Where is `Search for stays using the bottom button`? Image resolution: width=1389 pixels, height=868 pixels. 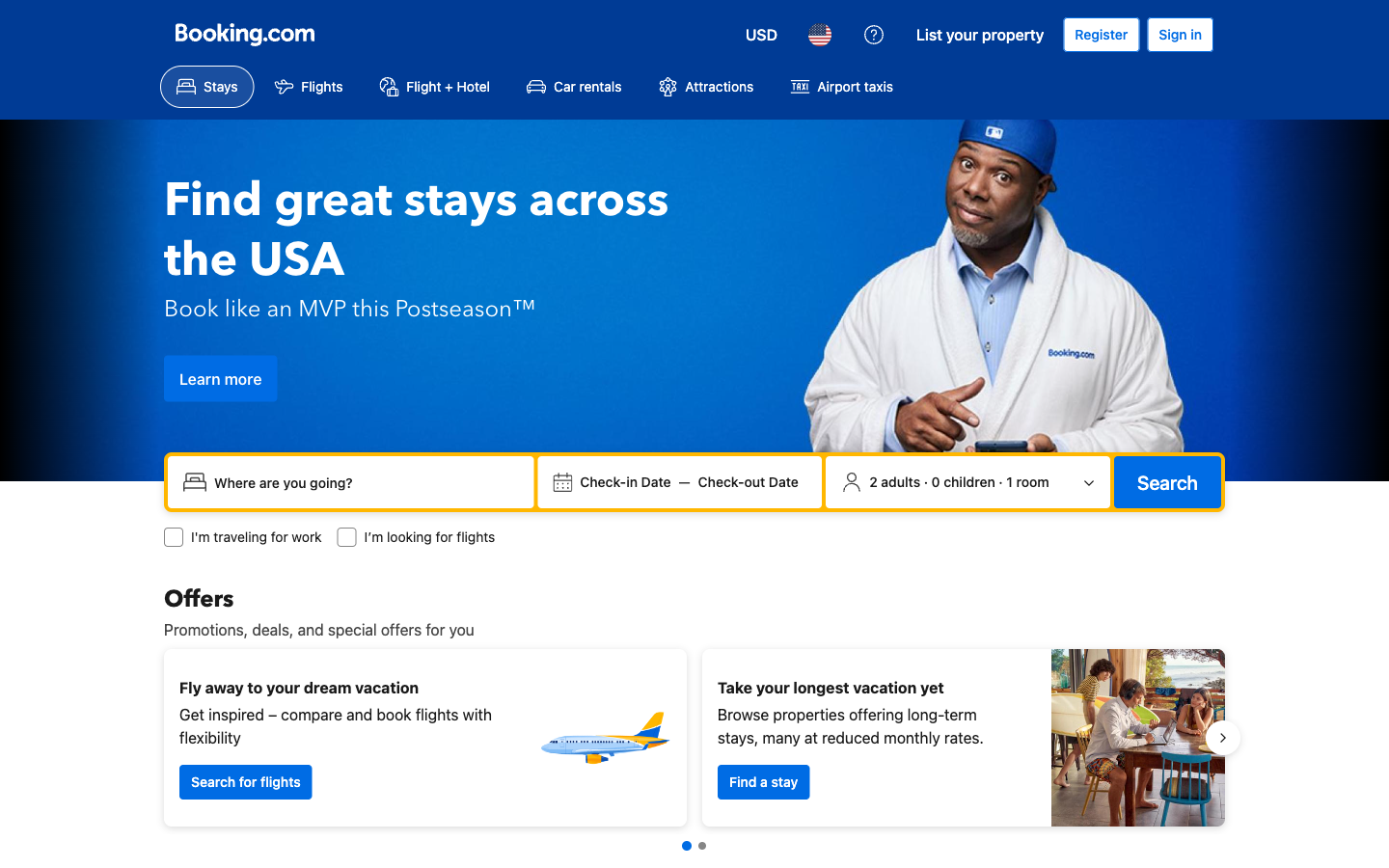 Search for stays using the bottom button is located at coordinates (763, 781).